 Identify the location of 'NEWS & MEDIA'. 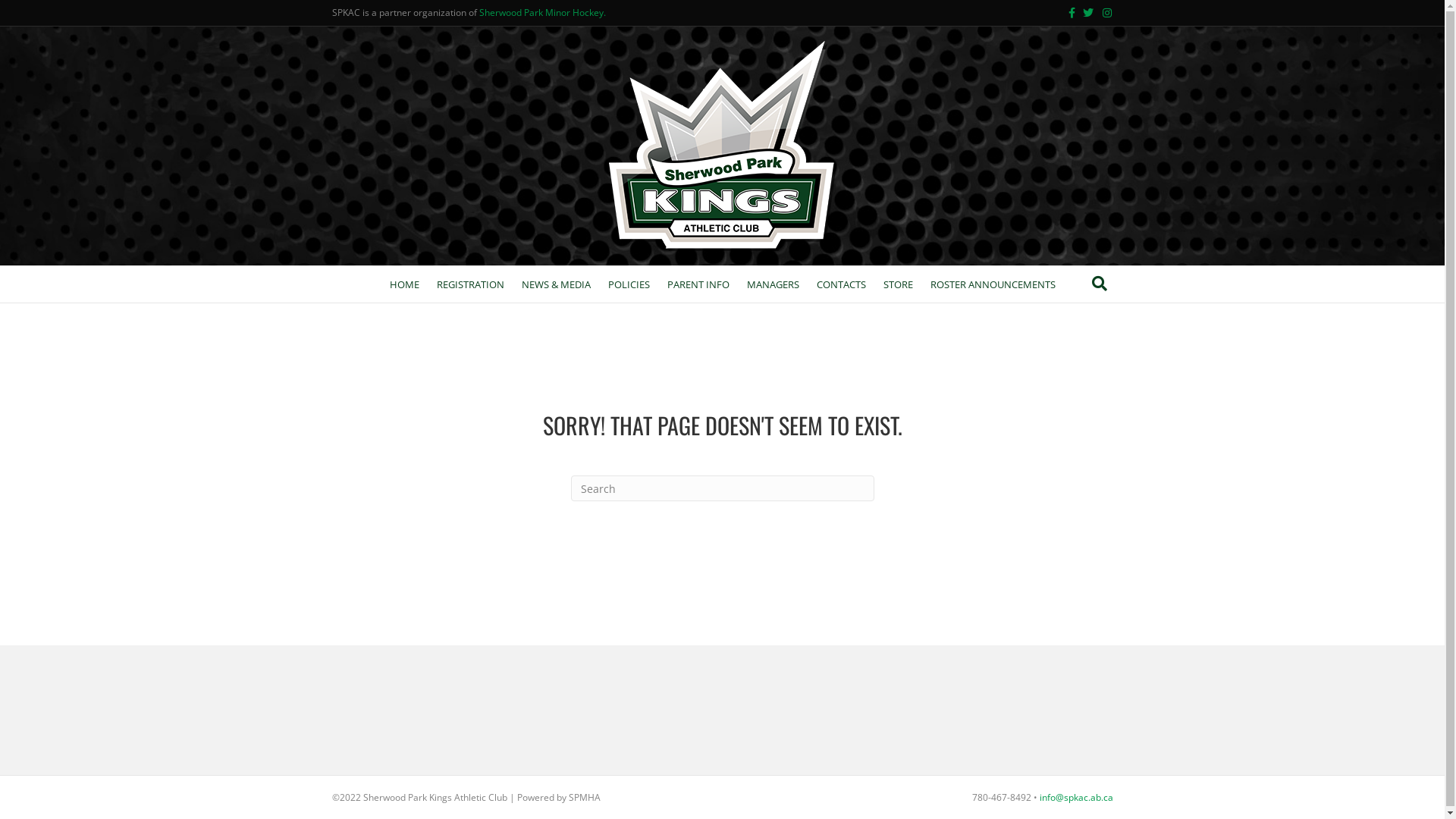
(555, 284).